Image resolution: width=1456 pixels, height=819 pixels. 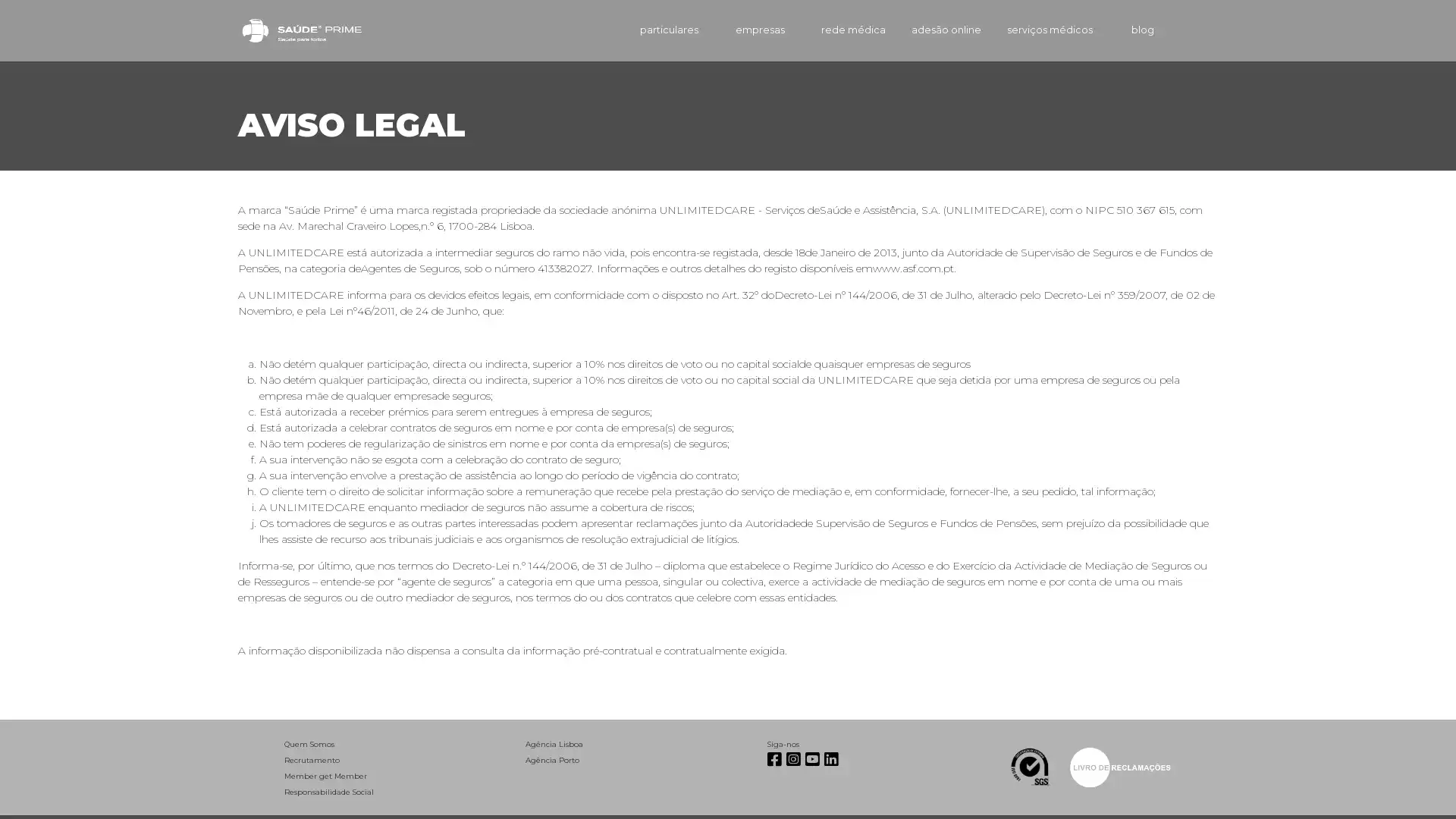 What do you see at coordinates (830, 30) in the screenshot?
I see `rede medica` at bounding box center [830, 30].